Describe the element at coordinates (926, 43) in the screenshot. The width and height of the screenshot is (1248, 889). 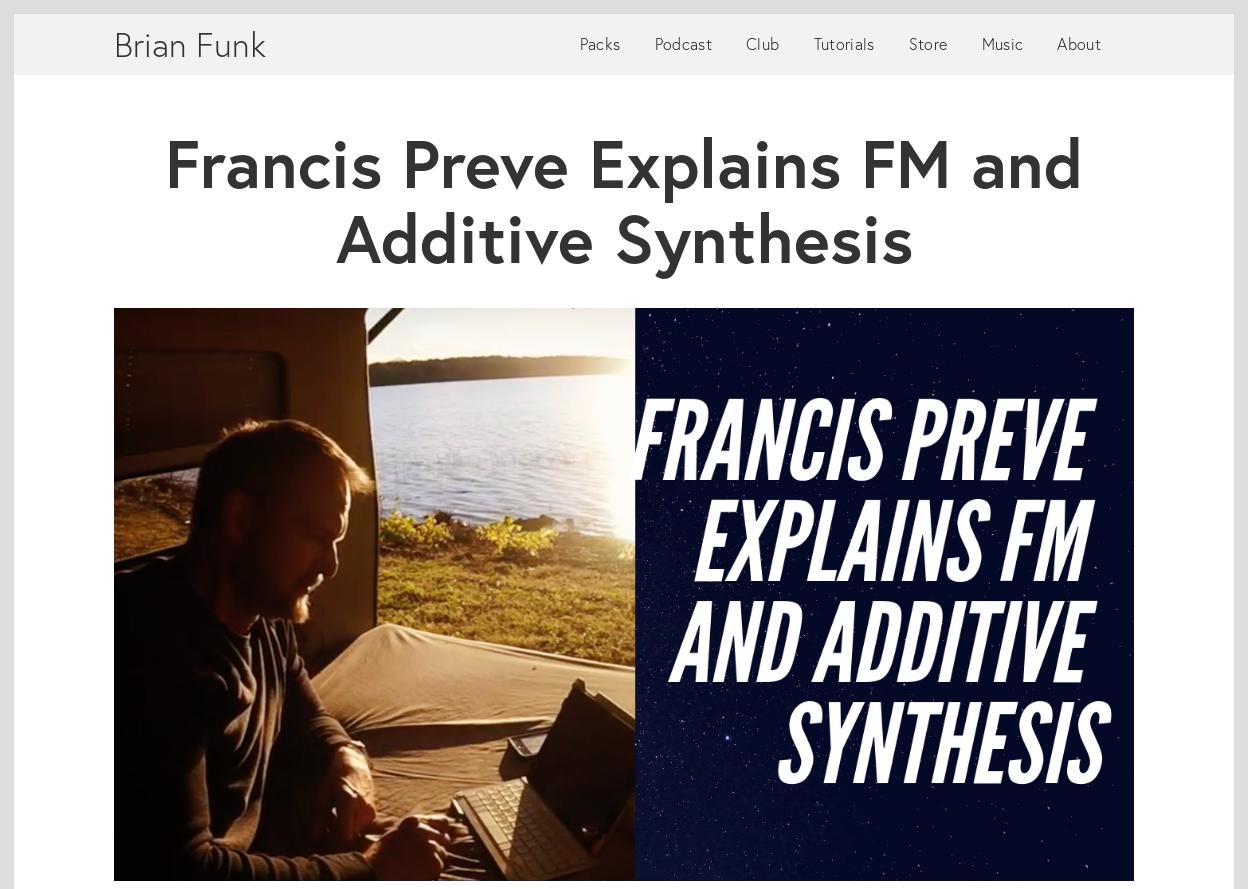
I see `'Store'` at that location.